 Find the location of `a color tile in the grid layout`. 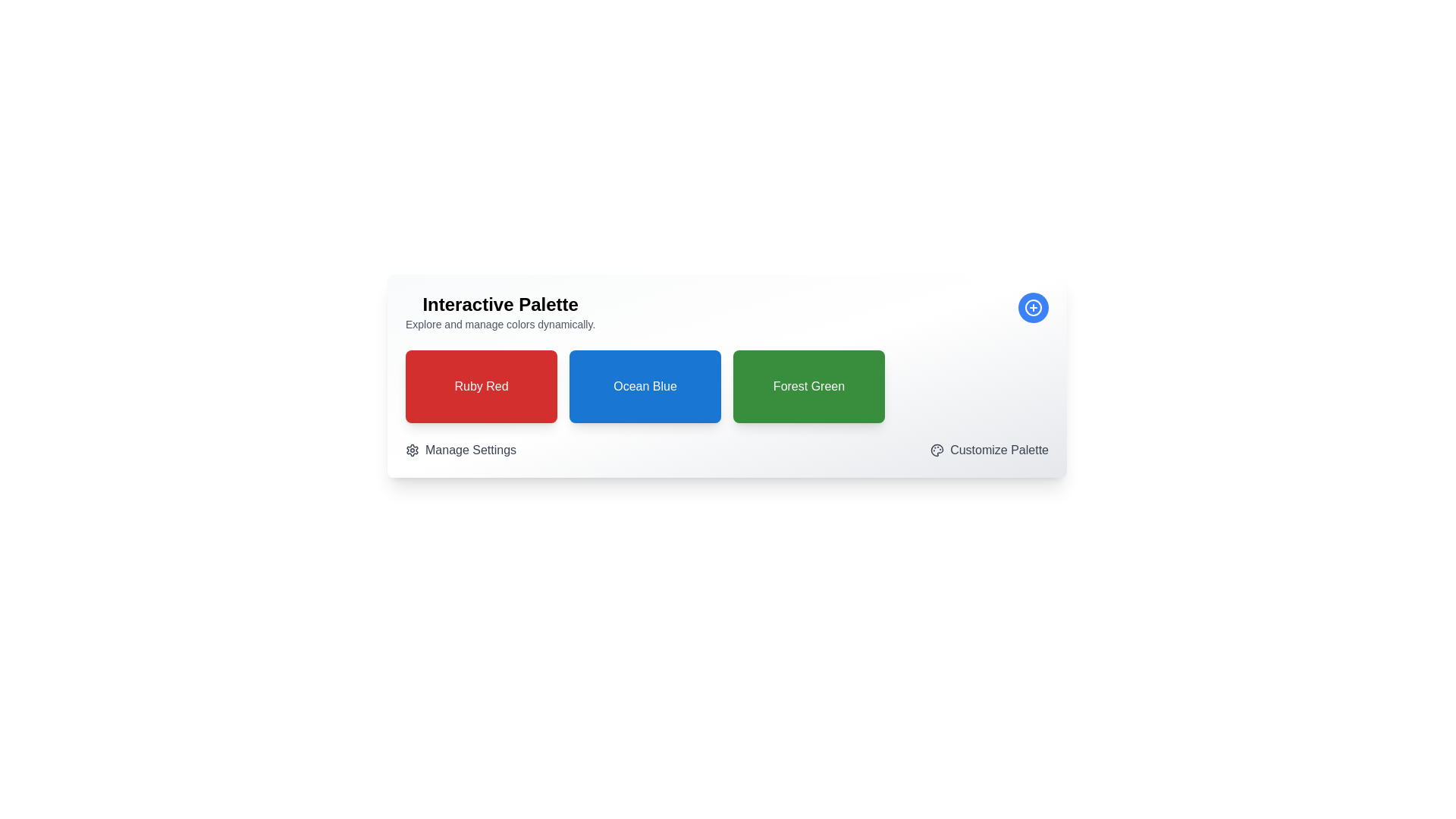

a color tile in the grid layout is located at coordinates (726, 385).